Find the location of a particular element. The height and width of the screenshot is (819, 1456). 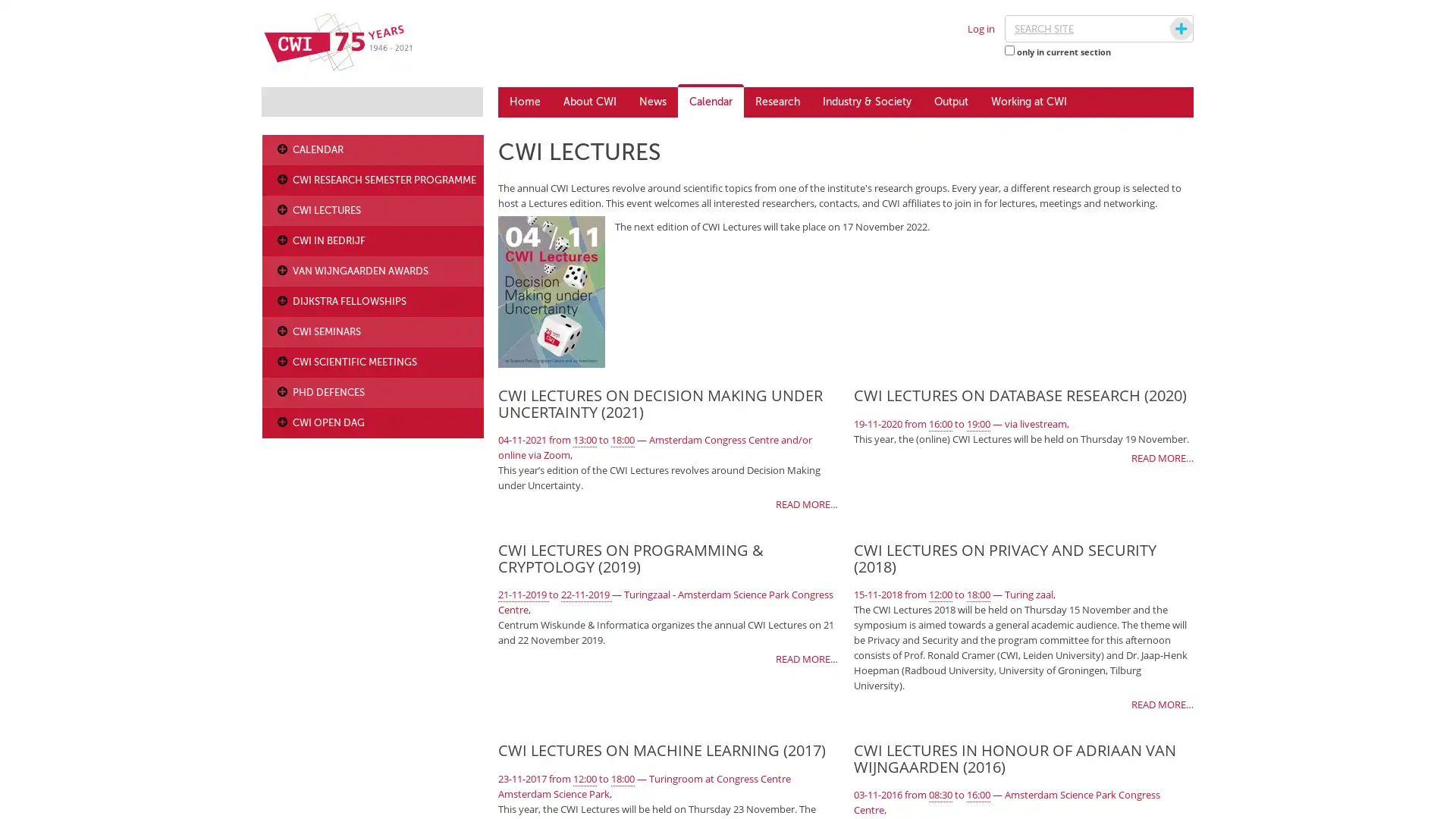

Search is located at coordinates (1166, 29).